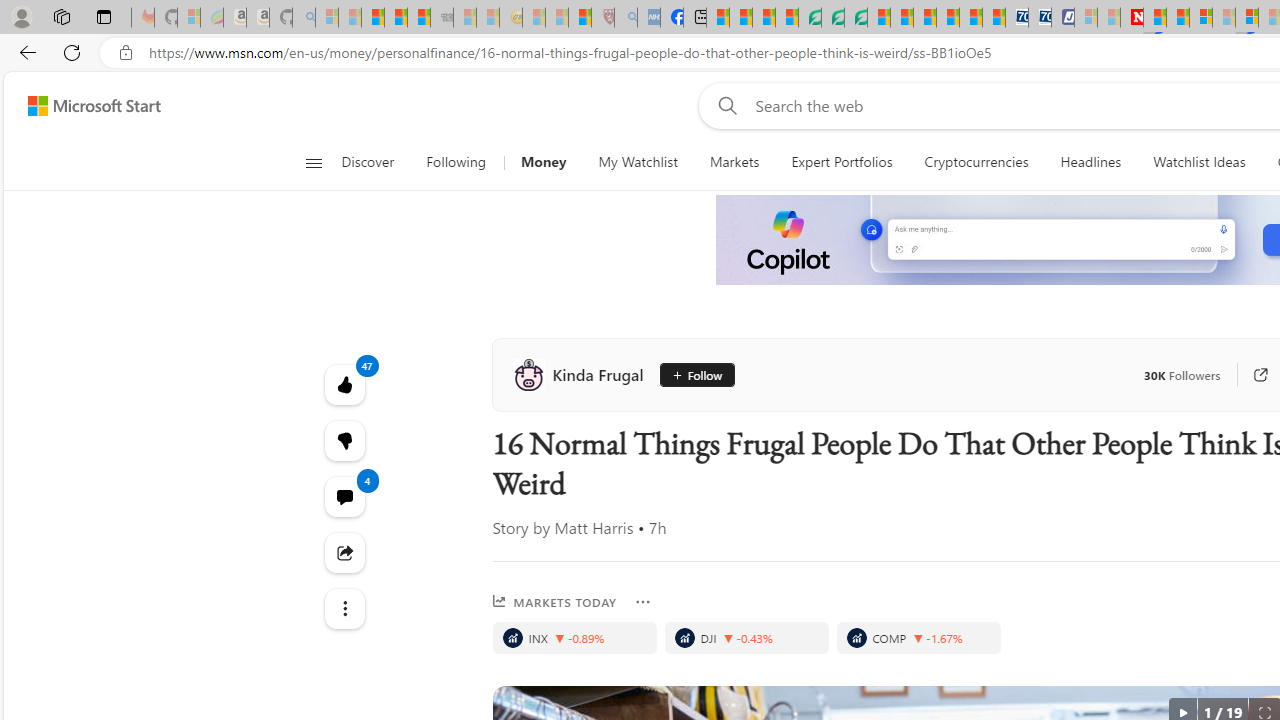 The width and height of the screenshot is (1280, 720). Describe the element at coordinates (312, 162) in the screenshot. I see `'Class: button-glyph'` at that location.